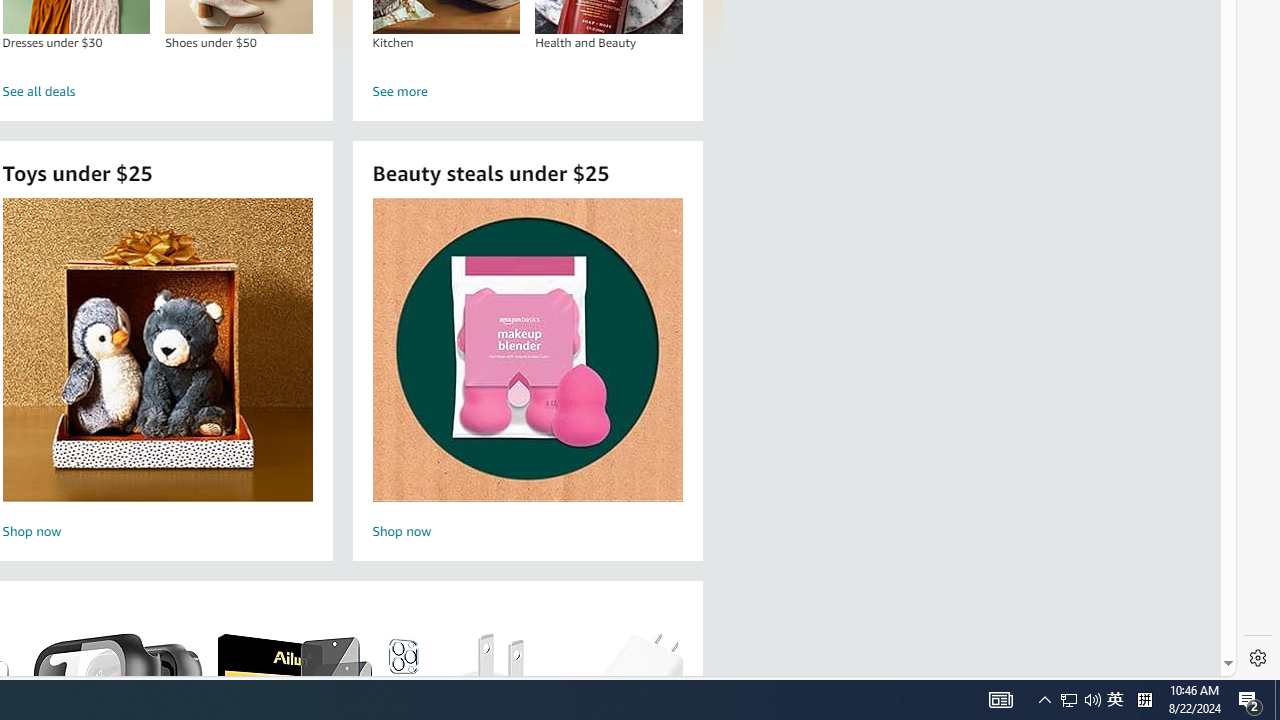 This screenshot has width=1280, height=720. Describe the element at coordinates (1144, 698) in the screenshot. I see `'Tray Input Indicator - Chinese (Simplified, China)'` at that location.